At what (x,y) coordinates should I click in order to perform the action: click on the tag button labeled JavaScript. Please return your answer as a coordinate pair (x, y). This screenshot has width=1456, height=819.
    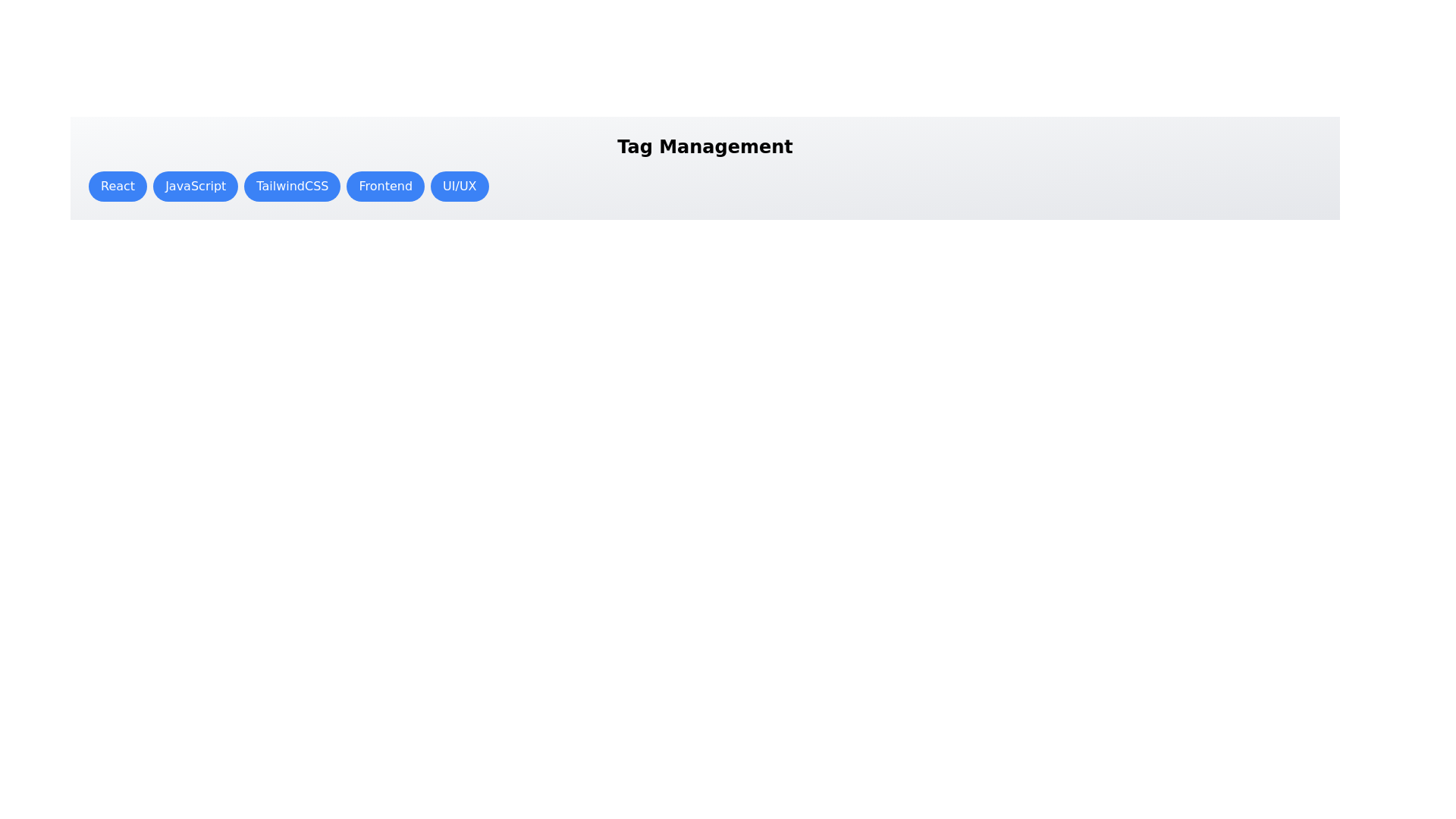
    Looking at the image, I should click on (195, 186).